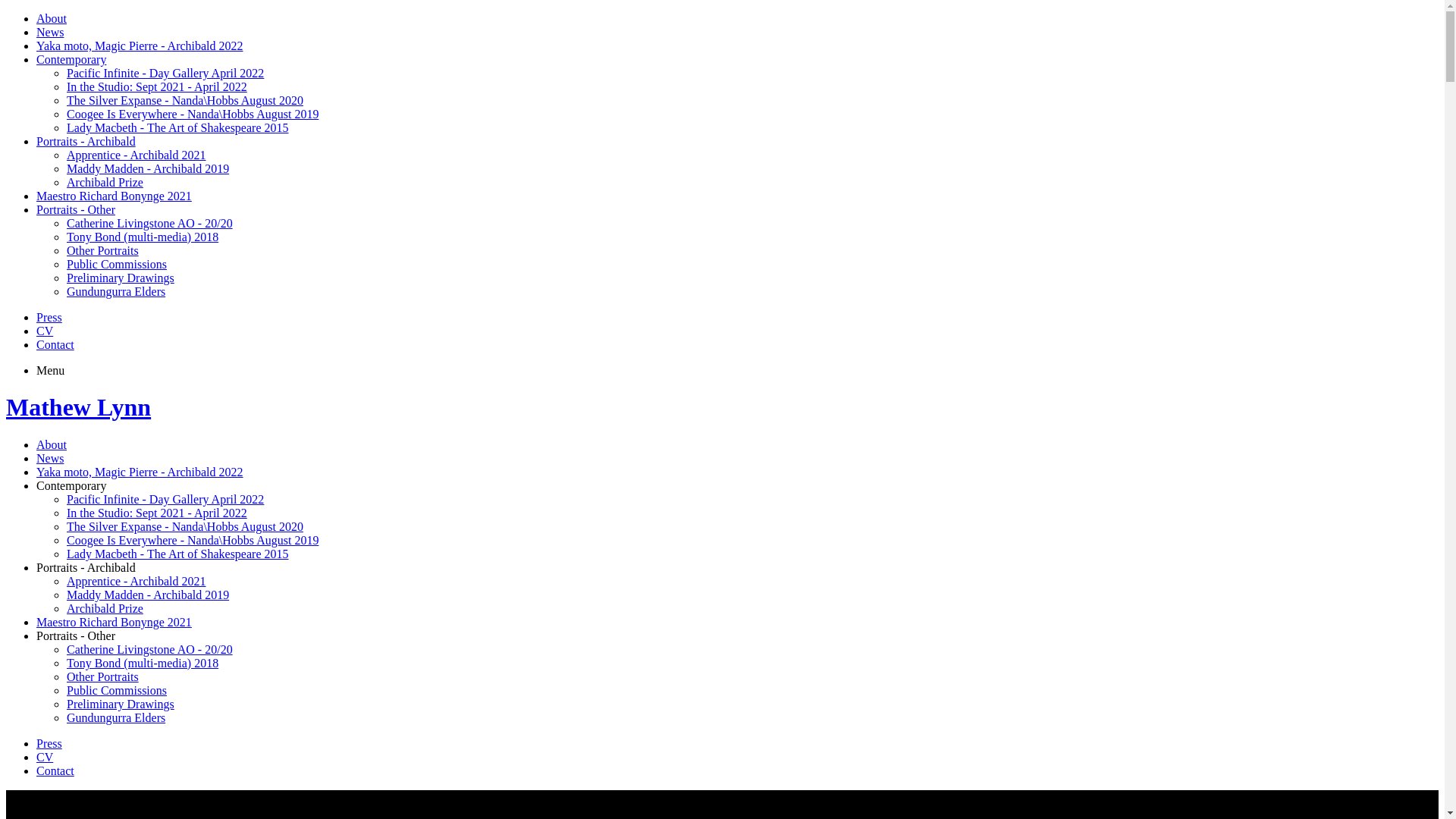 This screenshot has height=819, width=1456. Describe the element at coordinates (115, 690) in the screenshot. I see `'Public Commissions'` at that location.